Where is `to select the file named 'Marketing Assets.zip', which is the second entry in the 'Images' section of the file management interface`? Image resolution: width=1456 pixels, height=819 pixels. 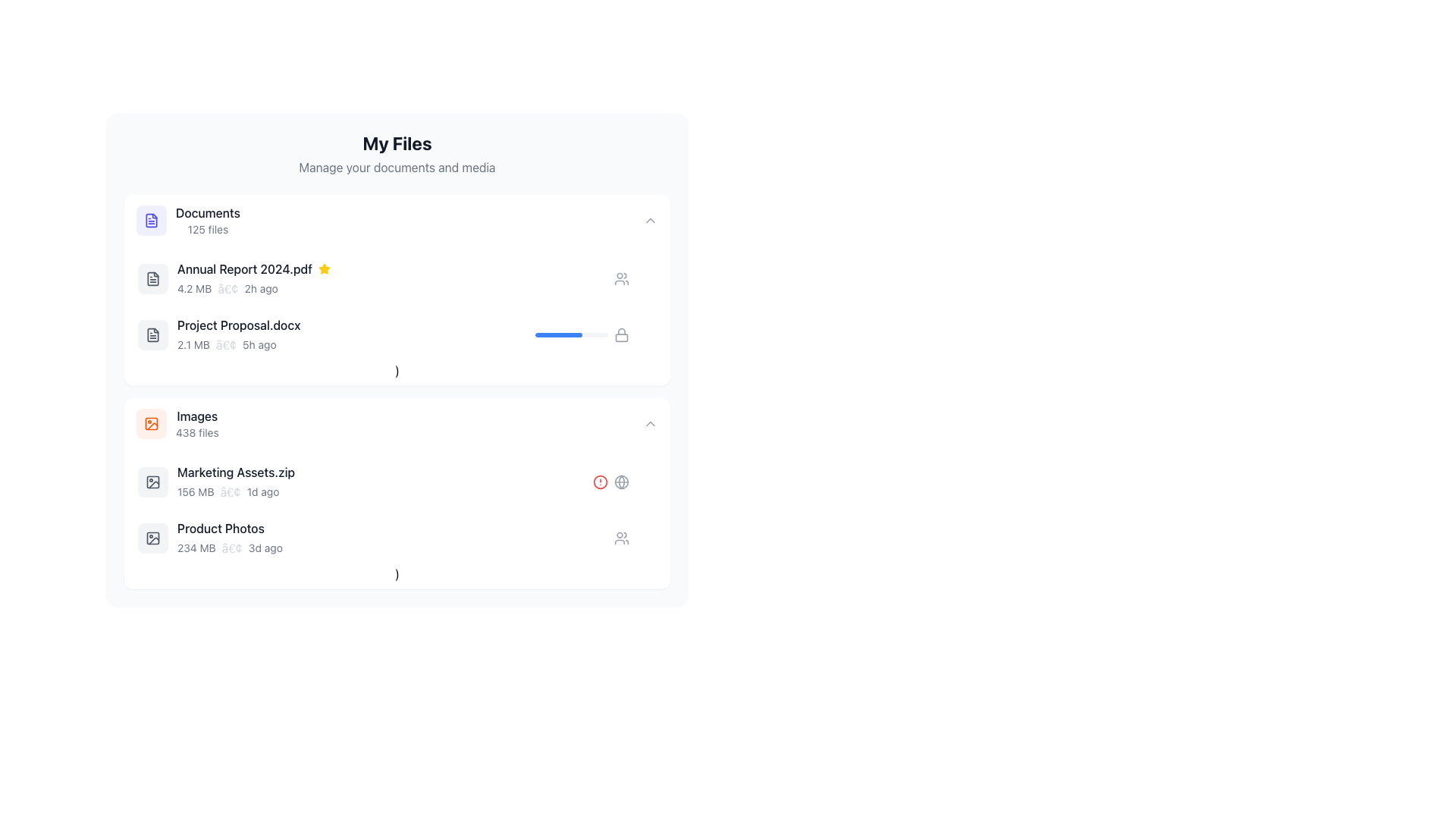
to select the file named 'Marketing Assets.zip', which is the second entry in the 'Images' section of the file management interface is located at coordinates (397, 482).